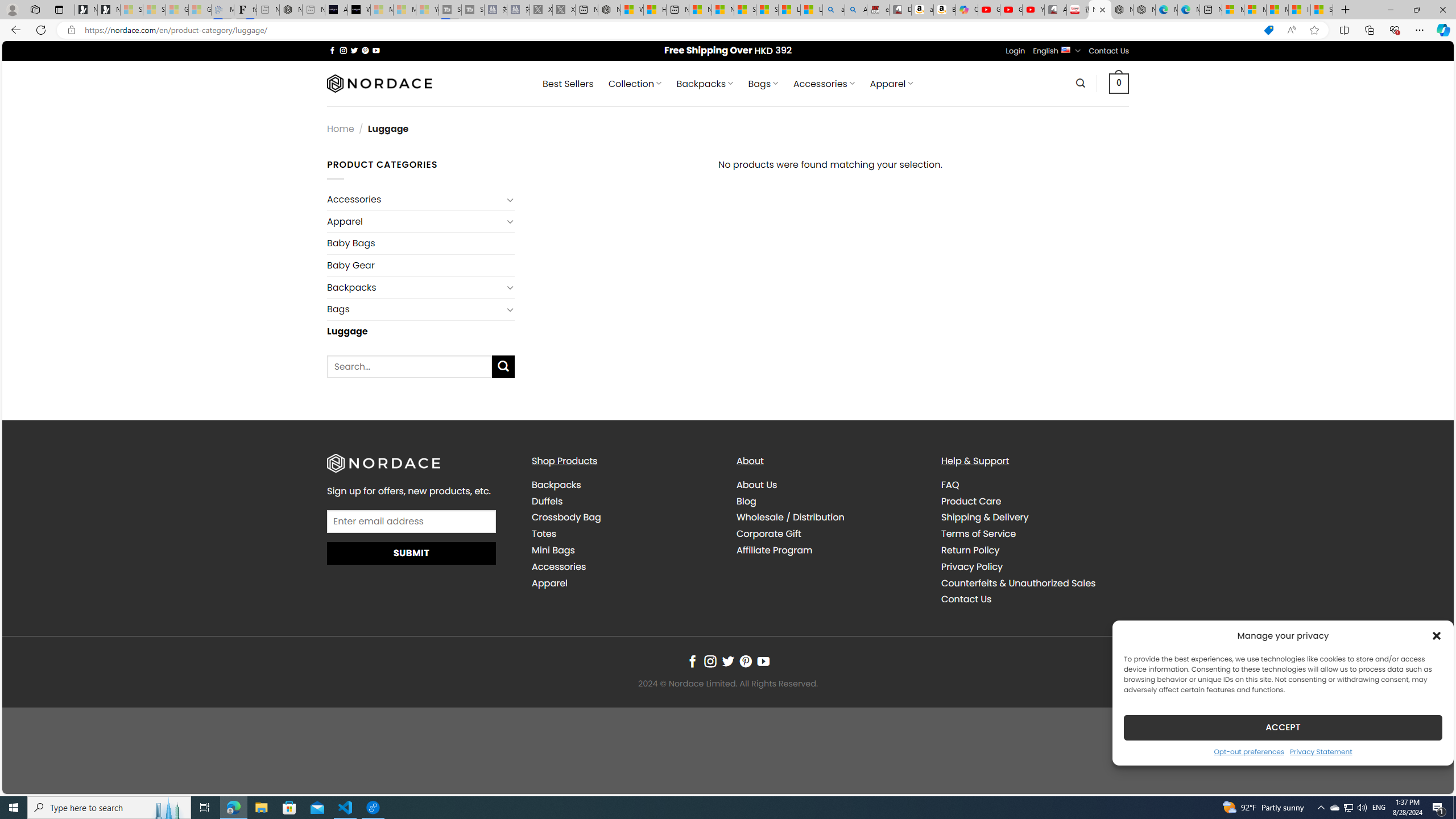 The height and width of the screenshot is (819, 1456). Describe the element at coordinates (728, 661) in the screenshot. I see `'Follow on Twitter'` at that location.